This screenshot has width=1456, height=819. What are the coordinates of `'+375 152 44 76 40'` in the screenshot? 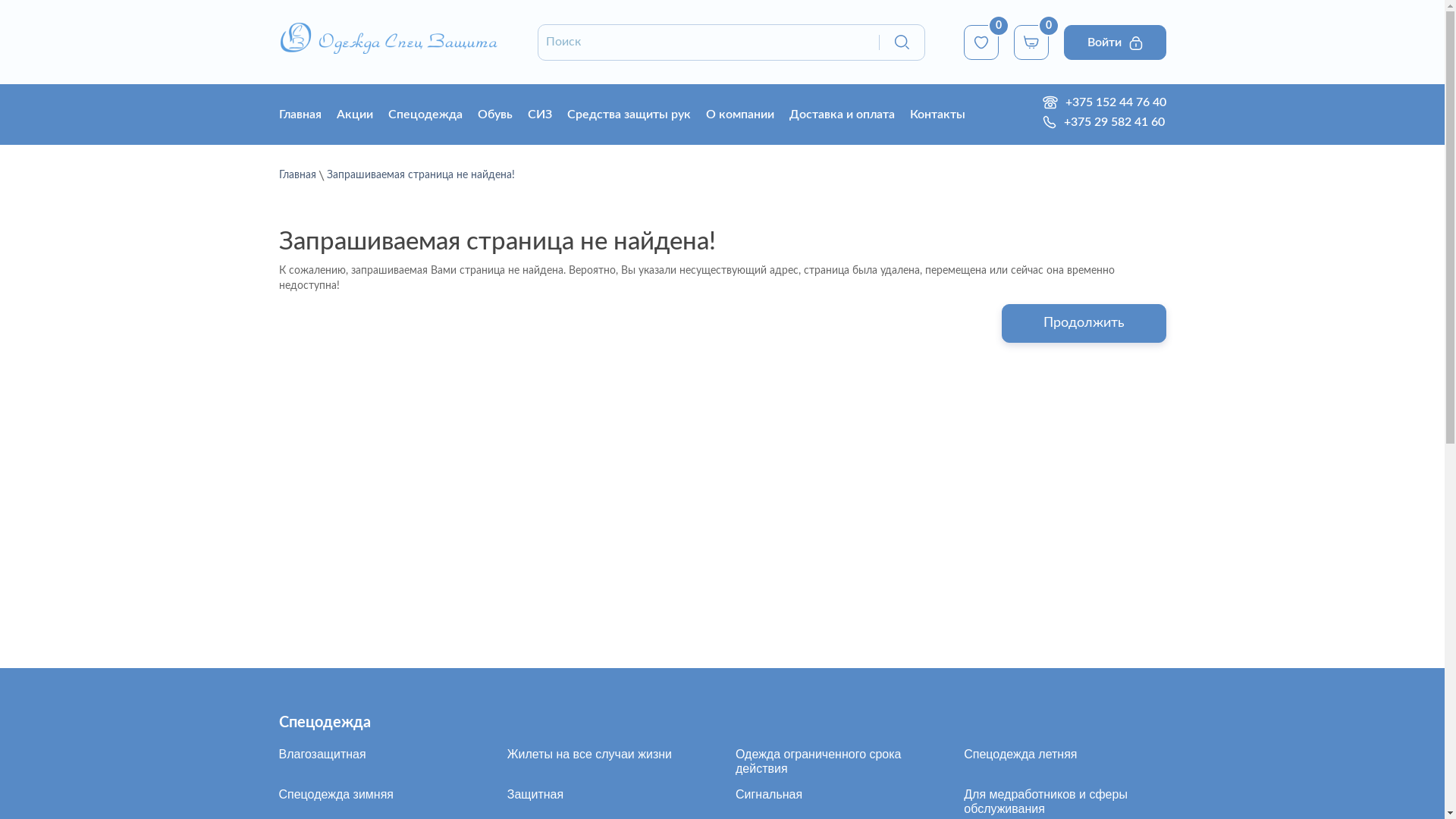 It's located at (1111, 102).